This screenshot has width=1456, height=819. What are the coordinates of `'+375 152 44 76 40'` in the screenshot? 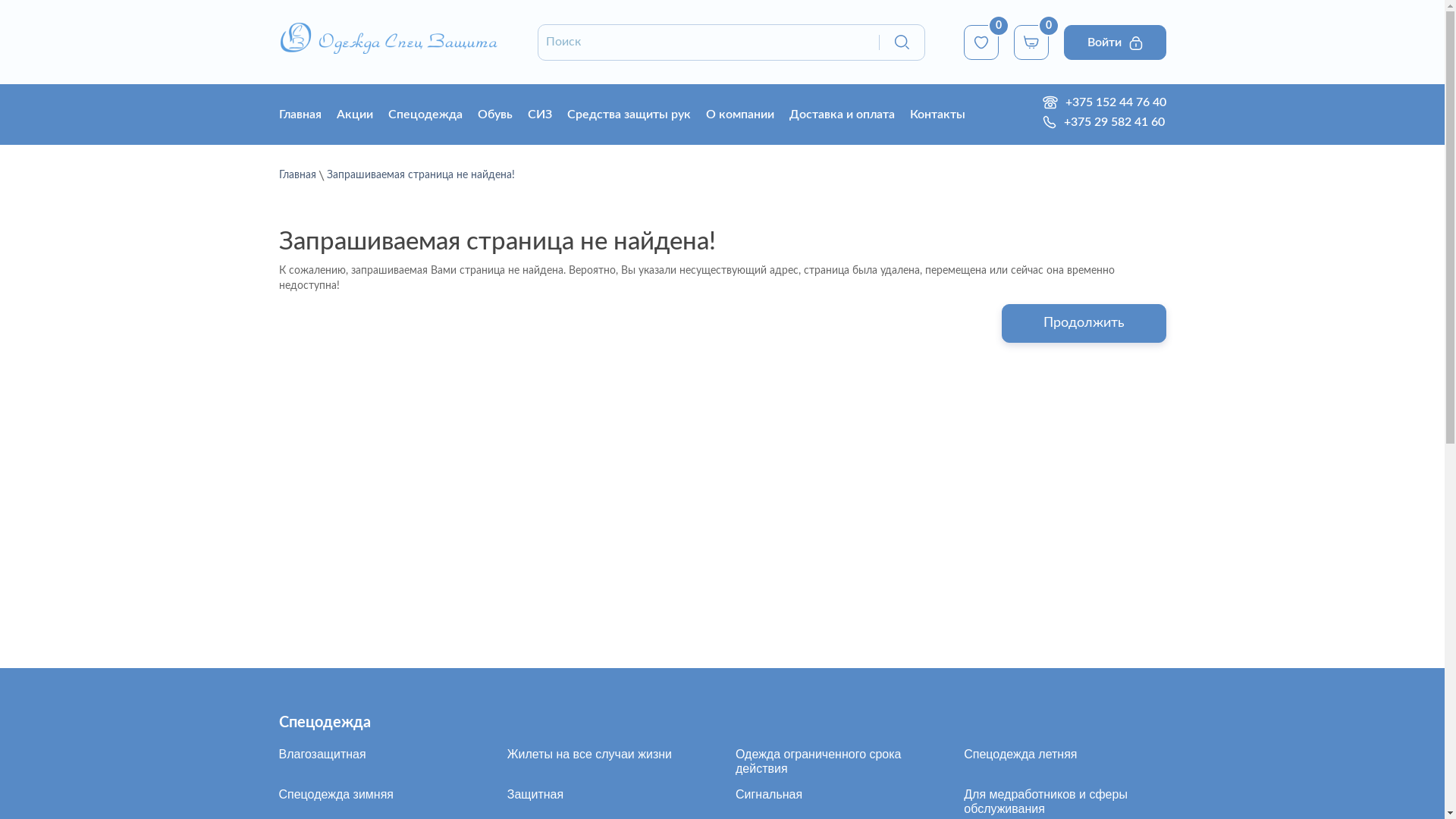 It's located at (1111, 102).